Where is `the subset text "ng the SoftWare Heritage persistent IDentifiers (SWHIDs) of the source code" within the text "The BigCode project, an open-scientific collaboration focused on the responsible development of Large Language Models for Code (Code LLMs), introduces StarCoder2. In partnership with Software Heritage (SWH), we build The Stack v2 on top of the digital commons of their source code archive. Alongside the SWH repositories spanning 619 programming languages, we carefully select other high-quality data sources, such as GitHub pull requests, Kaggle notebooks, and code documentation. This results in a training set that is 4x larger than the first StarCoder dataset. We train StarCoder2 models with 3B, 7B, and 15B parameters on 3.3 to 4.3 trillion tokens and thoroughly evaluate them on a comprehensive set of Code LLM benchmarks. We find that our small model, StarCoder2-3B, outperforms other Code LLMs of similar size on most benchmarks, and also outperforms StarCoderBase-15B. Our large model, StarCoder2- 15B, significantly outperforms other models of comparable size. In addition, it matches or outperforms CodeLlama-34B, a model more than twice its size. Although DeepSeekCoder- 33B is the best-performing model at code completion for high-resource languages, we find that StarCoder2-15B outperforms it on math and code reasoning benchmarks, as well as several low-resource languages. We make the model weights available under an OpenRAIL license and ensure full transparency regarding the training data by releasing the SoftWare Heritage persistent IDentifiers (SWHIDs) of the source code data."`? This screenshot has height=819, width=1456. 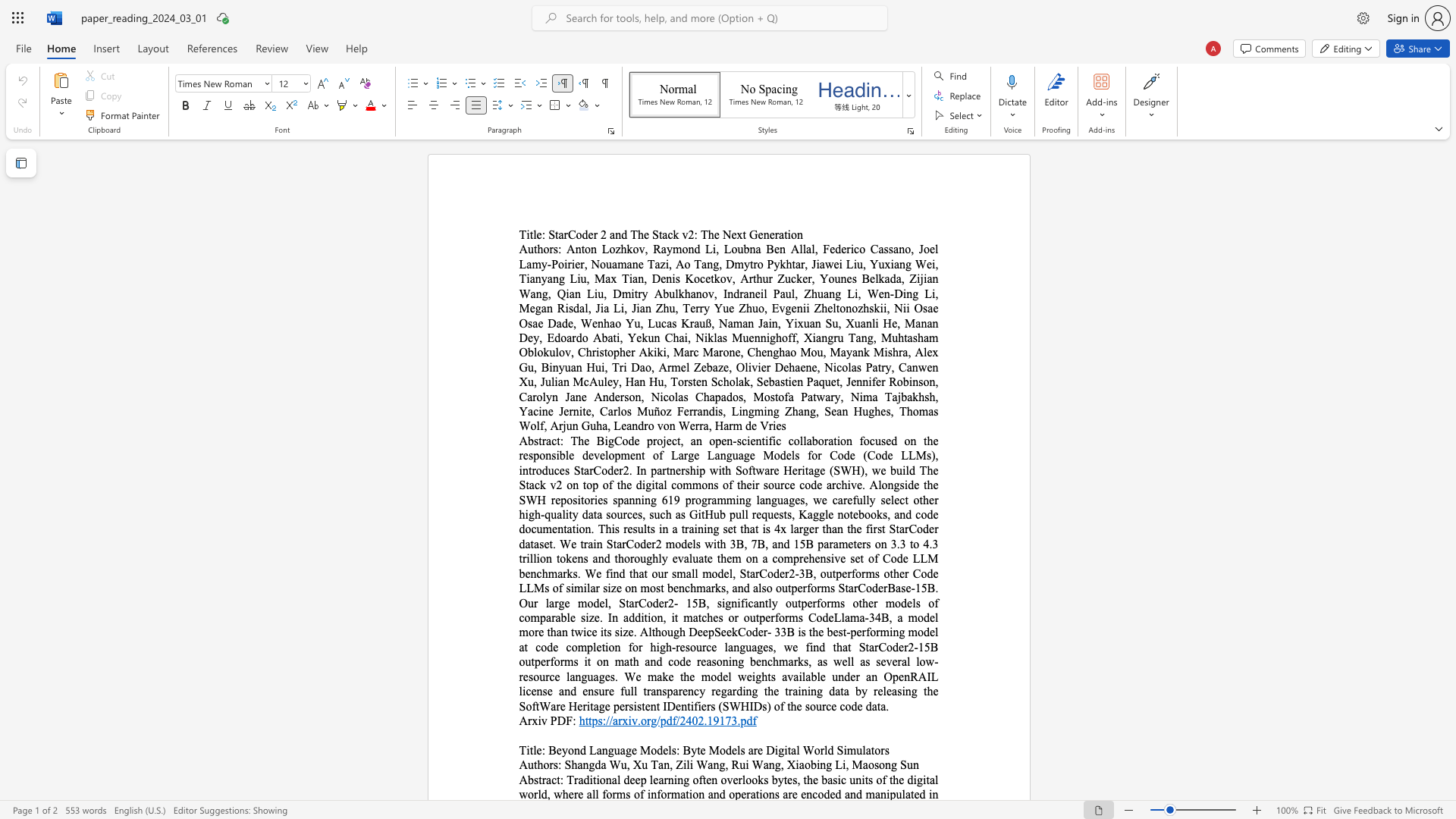 the subset text "ng the SoftWare Heritage persistent IDentifiers (SWHIDs) of the source code" within the text "The BigCode project, an open-scientific collaboration focused on the responsible development of Large Language Models for Code (Code LLMs), introduces StarCoder2. In partnership with Software Heritage (SWH), we build The Stack v2 on top of the digital commons of their source code archive. Alongside the SWH repositories spanning 619 programming languages, we carefully select other high-quality data sources, such as GitHub pull requests, Kaggle notebooks, and code documentation. This results in a training set that is 4x larger than the first StarCoder dataset. We train StarCoder2 models with 3B, 7B, and 15B parameters on 3.3 to 4.3 trillion tokens and thoroughly evaluate them on a comprehensive set of Code LLM benchmarks. We find that our small model, StarCoder2-3B, outperforms other Code LLMs of similar size on most benchmarks, and also outperforms StarCoderBase-15B. Our large model, StarCoder2- 15B, significantly outperforms other models of comparable size. In addition, it matches or outperforms CodeLlama-34B, a model more than twice its size. Although DeepSeekCoder- 33B is the best-performing model at code completion for high-resource languages, we find that StarCoder2-15B outperforms it on math and code reasoning benchmarks, as well as several low-resource languages. We make the model weights available under an OpenRAIL license and ensure full transparency regarding the training data by releasing the SoftWare Heritage persistent IDentifiers (SWHIDs) of the source code data." is located at coordinates (905, 691).